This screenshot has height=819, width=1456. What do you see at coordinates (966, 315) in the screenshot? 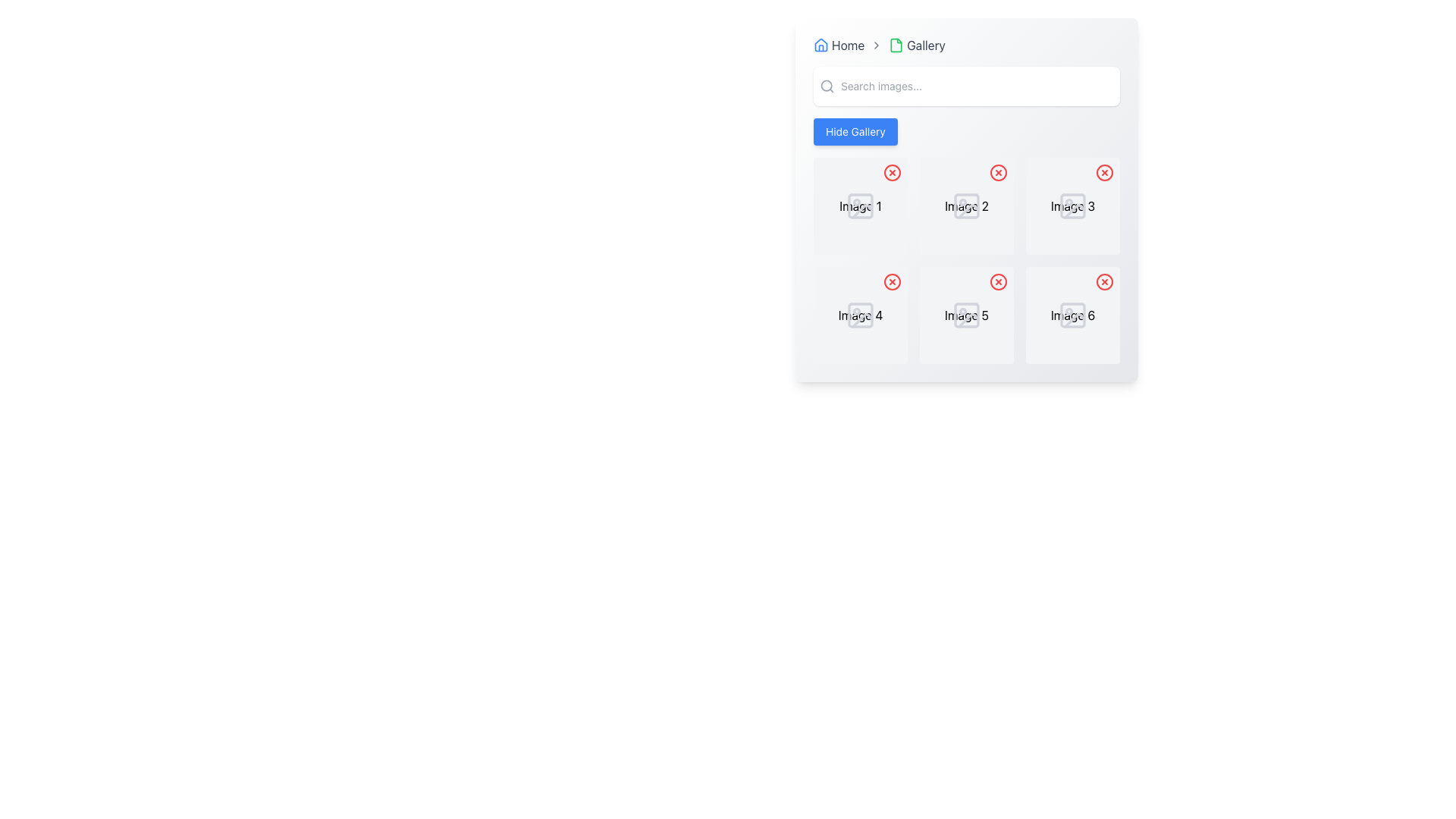
I see `the image placeholder labeled 'Image 5' located in the second row and second column of the gallery interface` at bounding box center [966, 315].